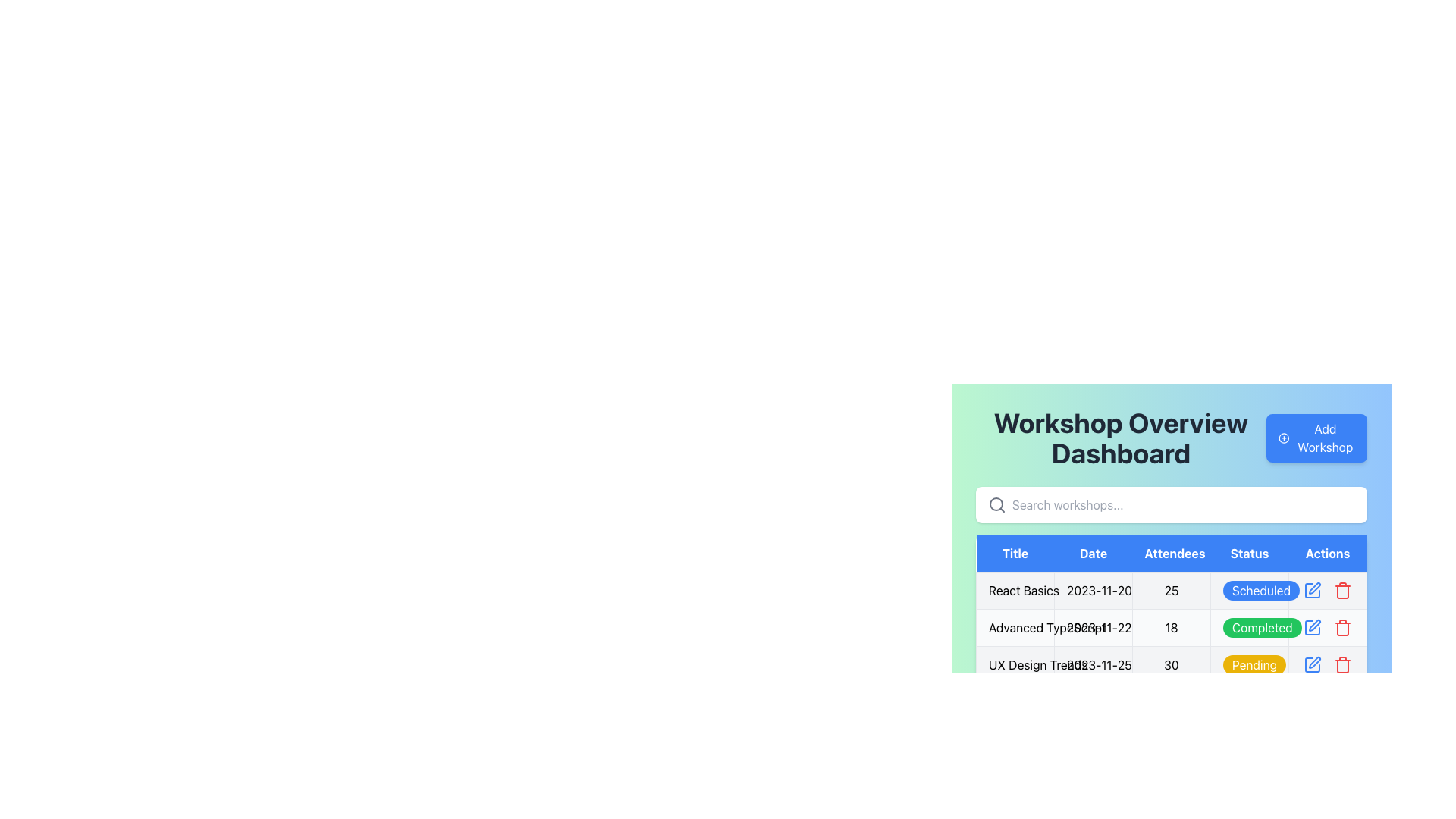  I want to click on the red icon in the 'Actions' column of the second row of the table, so click(1327, 628).